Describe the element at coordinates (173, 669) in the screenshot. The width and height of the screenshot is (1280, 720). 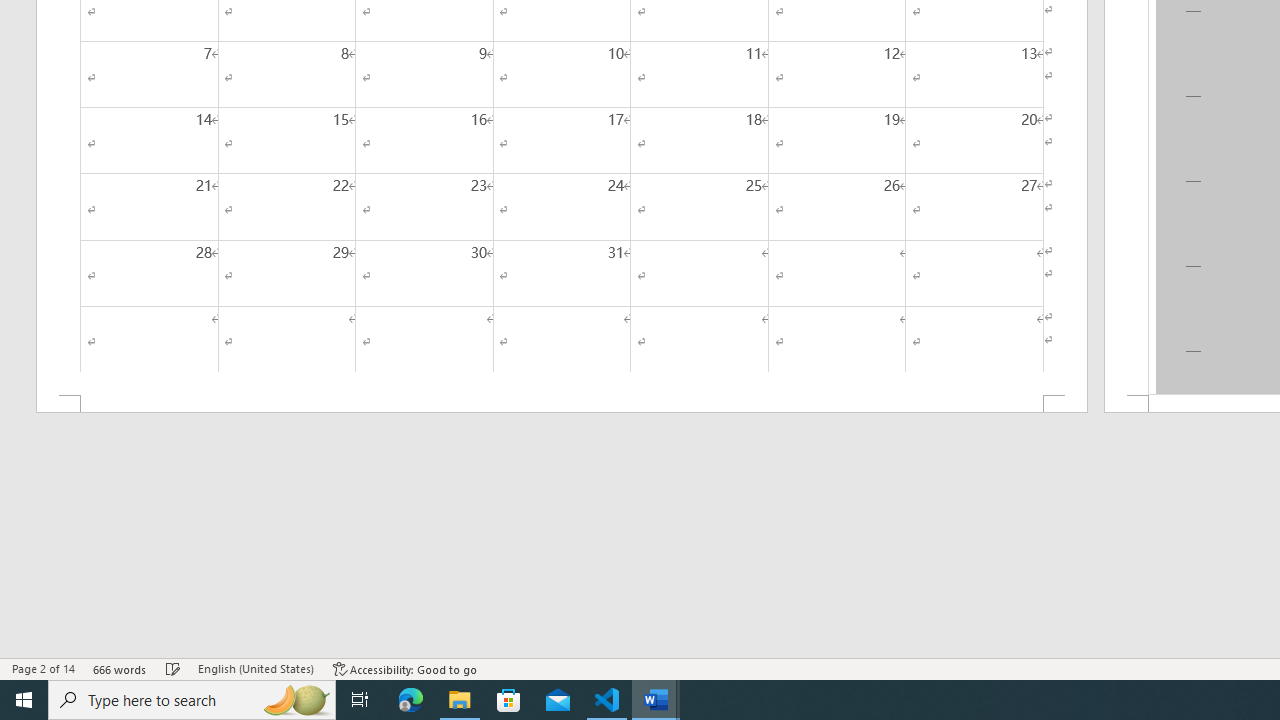
I see `'Spelling and Grammar Check Checking'` at that location.